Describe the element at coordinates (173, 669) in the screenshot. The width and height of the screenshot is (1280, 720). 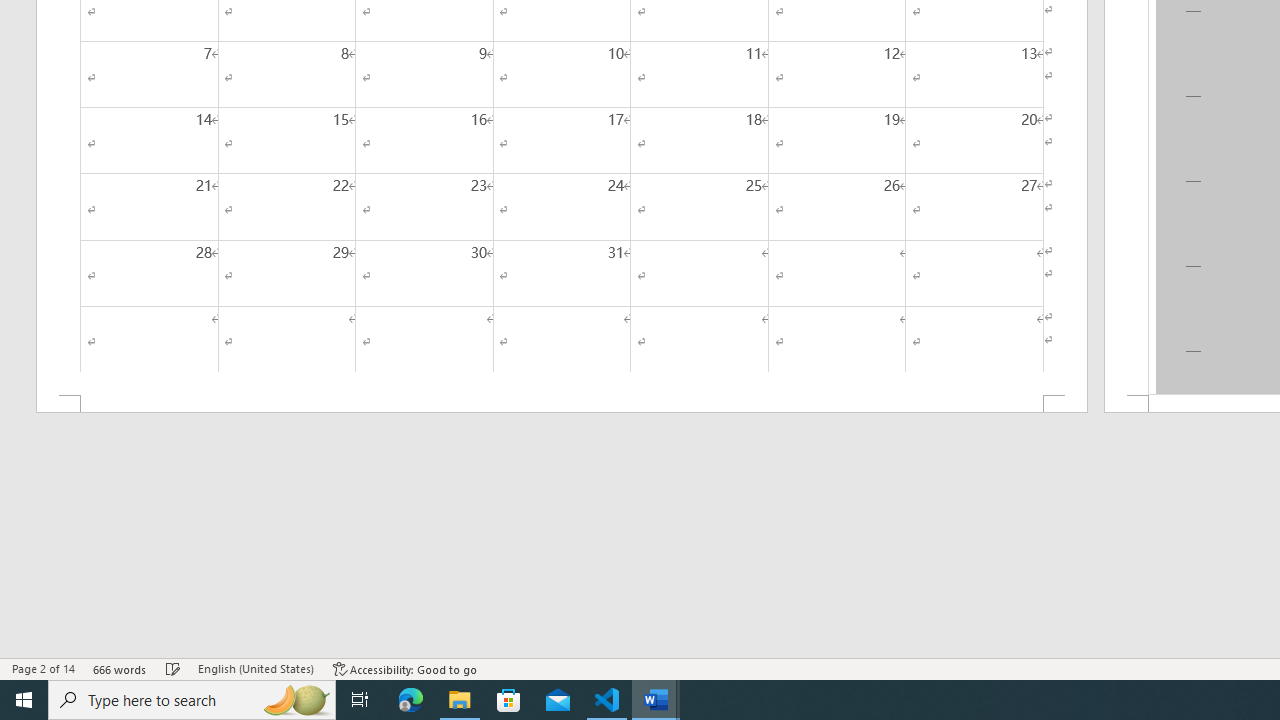
I see `'Spelling and Grammar Check Checking'` at that location.